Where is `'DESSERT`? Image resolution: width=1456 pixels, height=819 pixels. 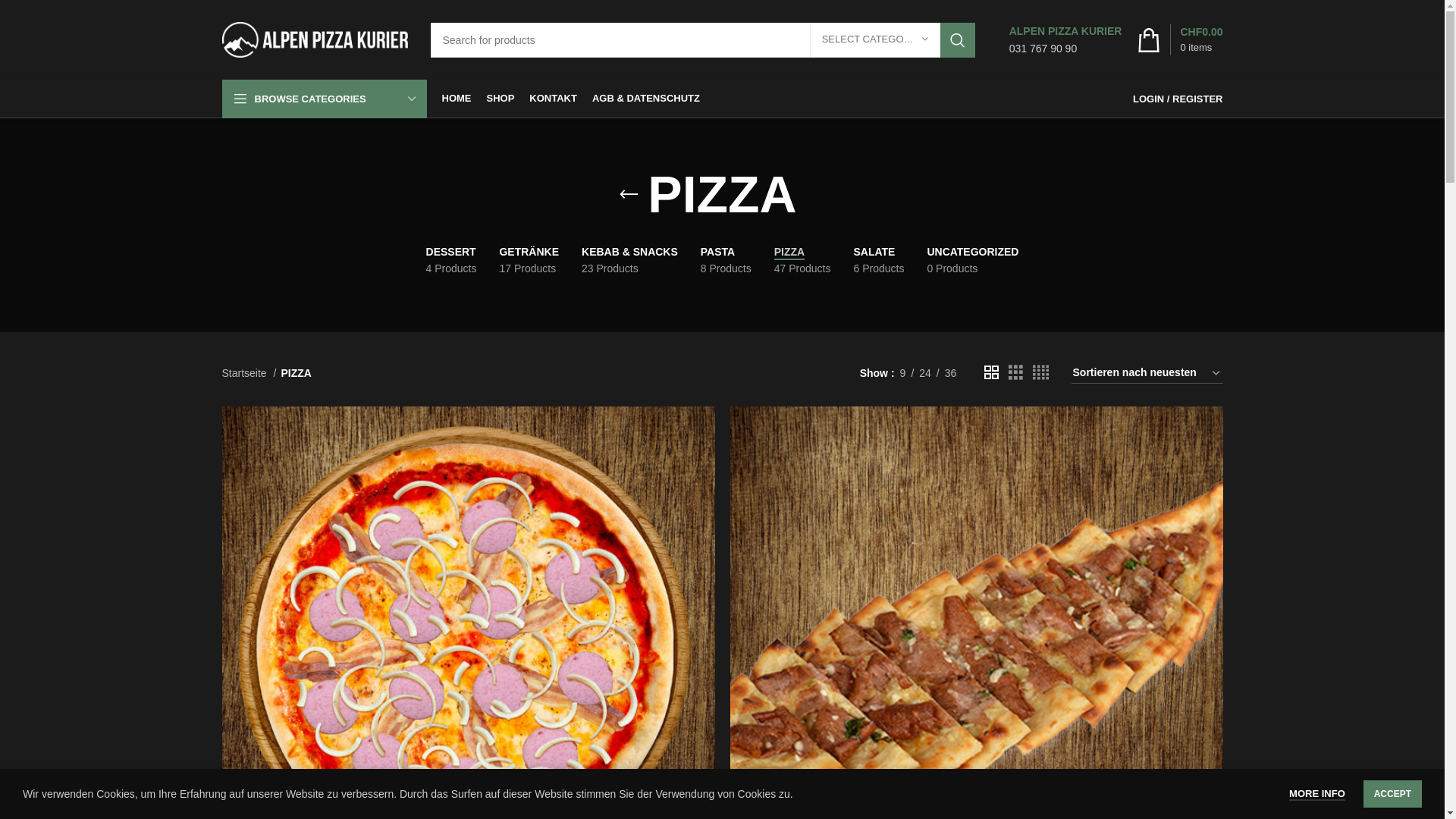 'DESSERT is located at coordinates (450, 259).